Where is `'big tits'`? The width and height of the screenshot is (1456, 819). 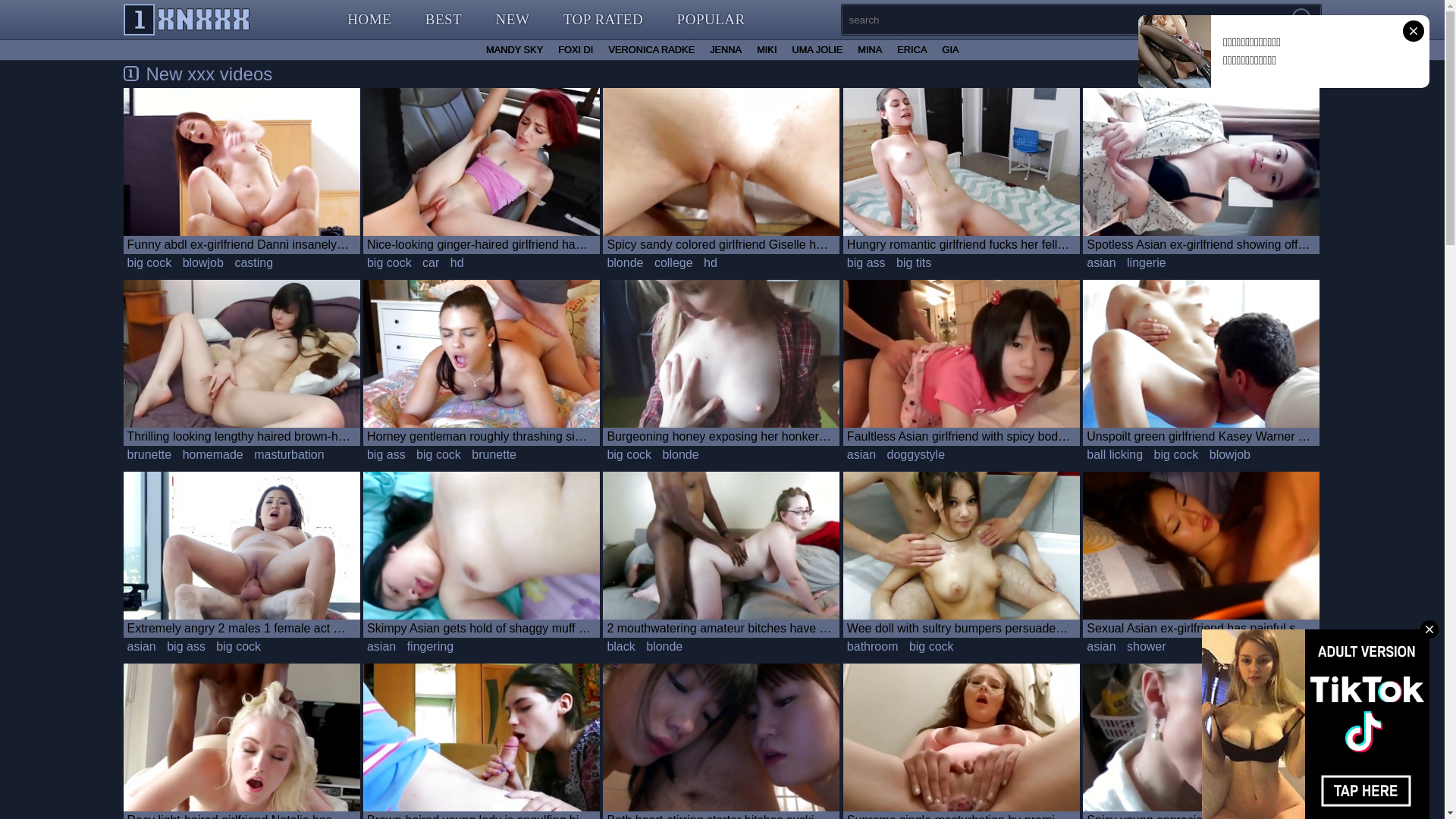
'big tits' is located at coordinates (912, 262).